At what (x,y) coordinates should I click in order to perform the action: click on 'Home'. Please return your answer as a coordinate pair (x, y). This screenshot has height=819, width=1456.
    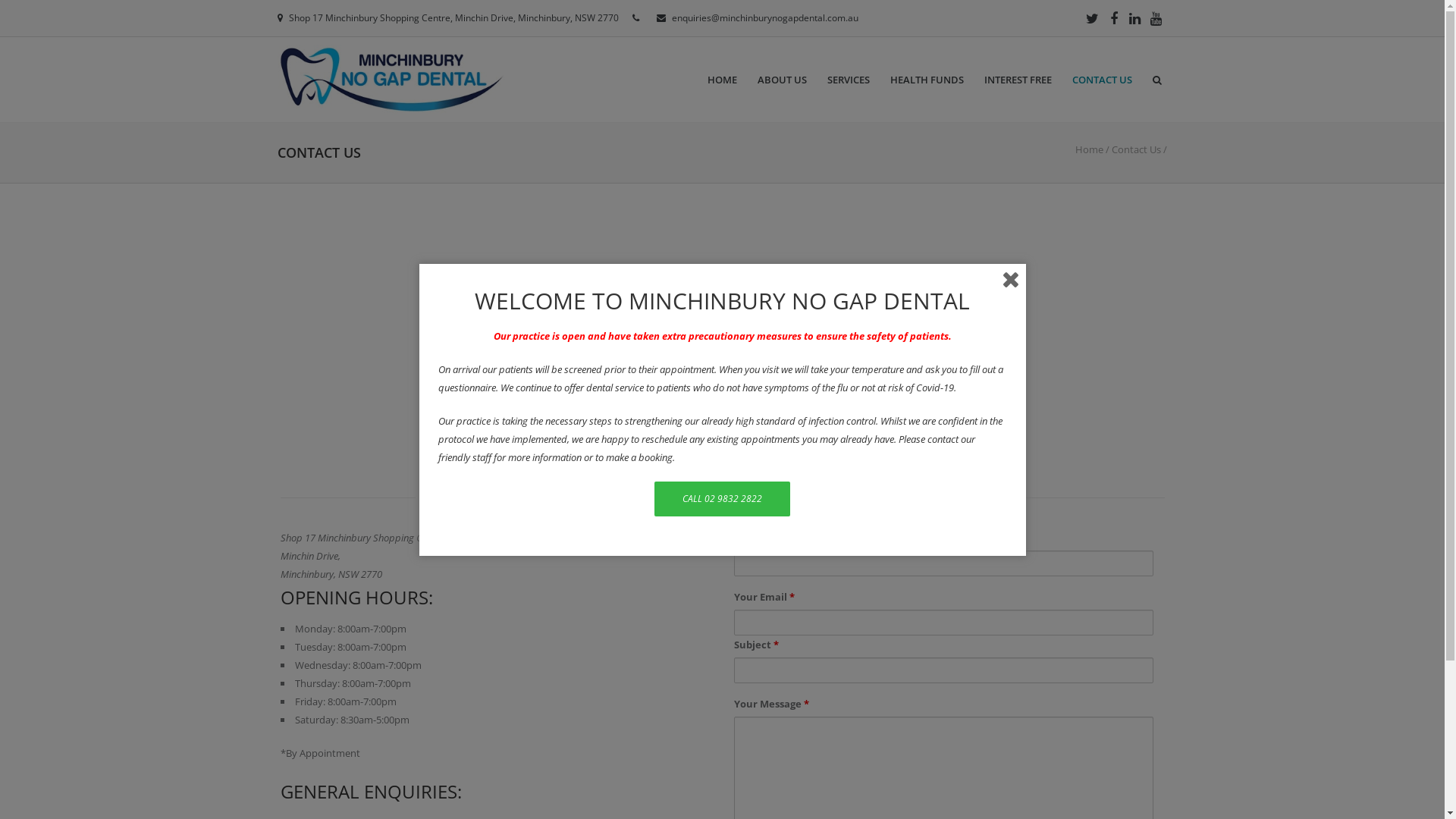
    Looking at the image, I should click on (1088, 149).